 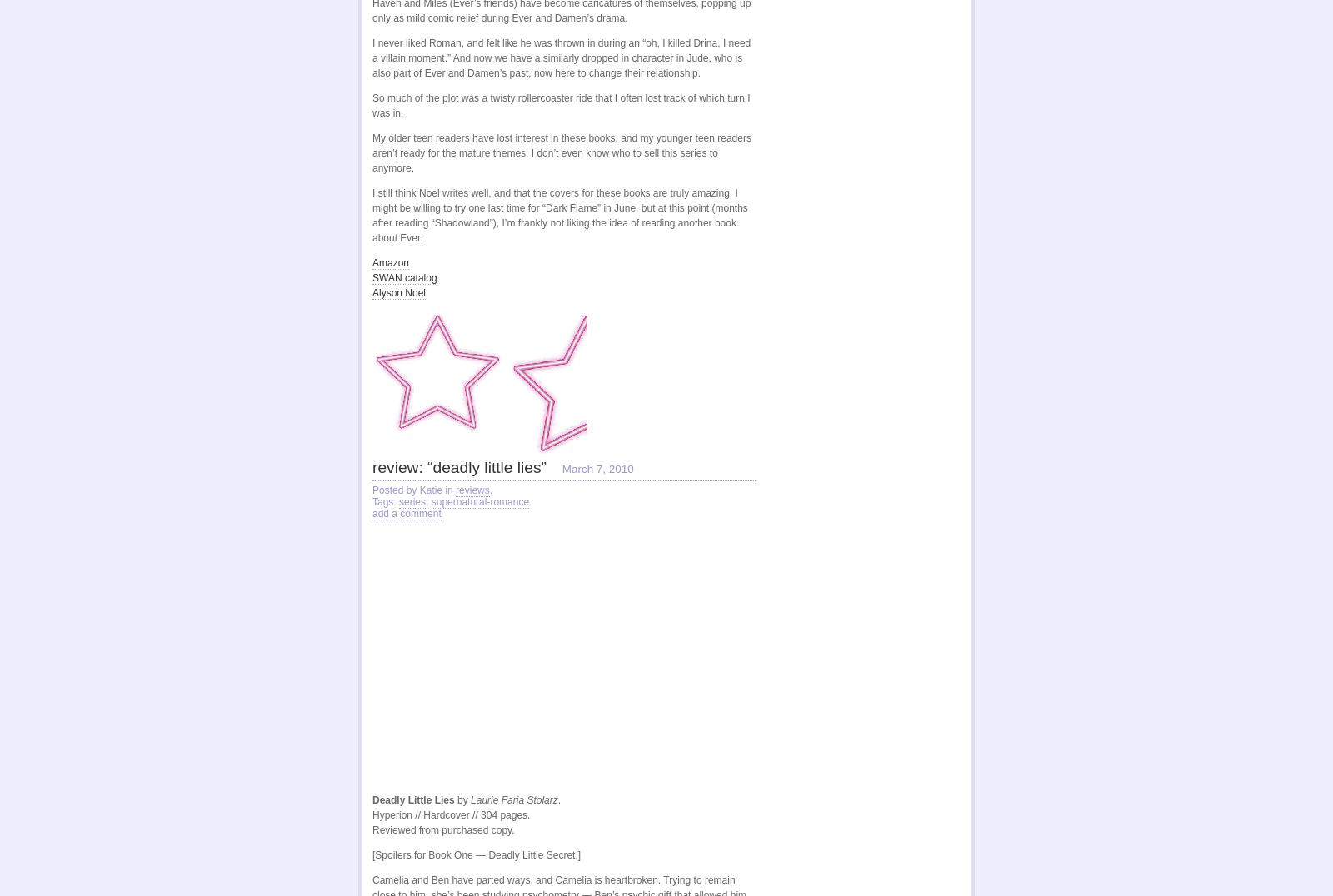 What do you see at coordinates (406, 513) in the screenshot?
I see `'add a comment'` at bounding box center [406, 513].